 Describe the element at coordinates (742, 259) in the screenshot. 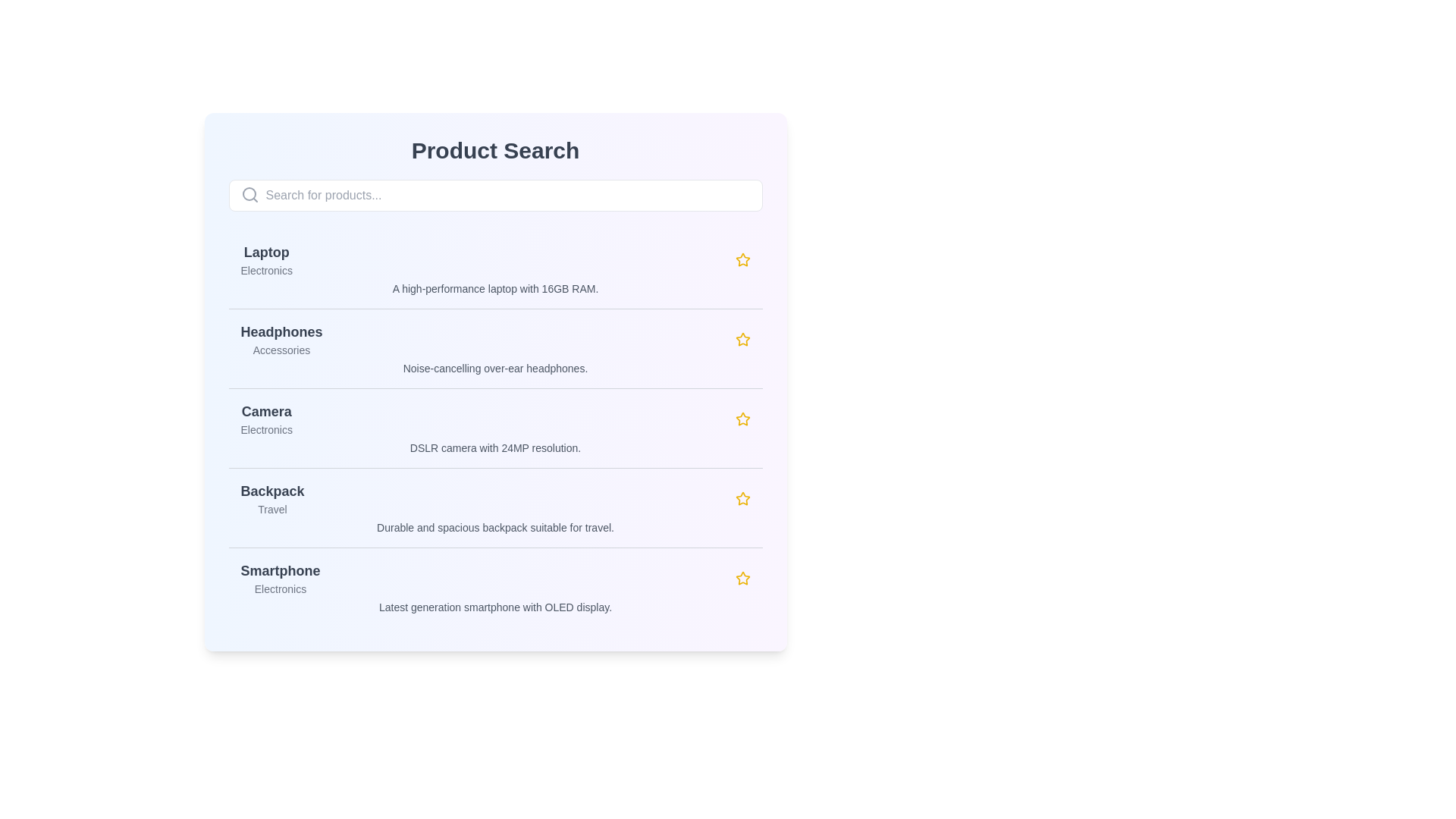

I see `the first star icon located to the right of the 'Laptop' item in the list` at that location.